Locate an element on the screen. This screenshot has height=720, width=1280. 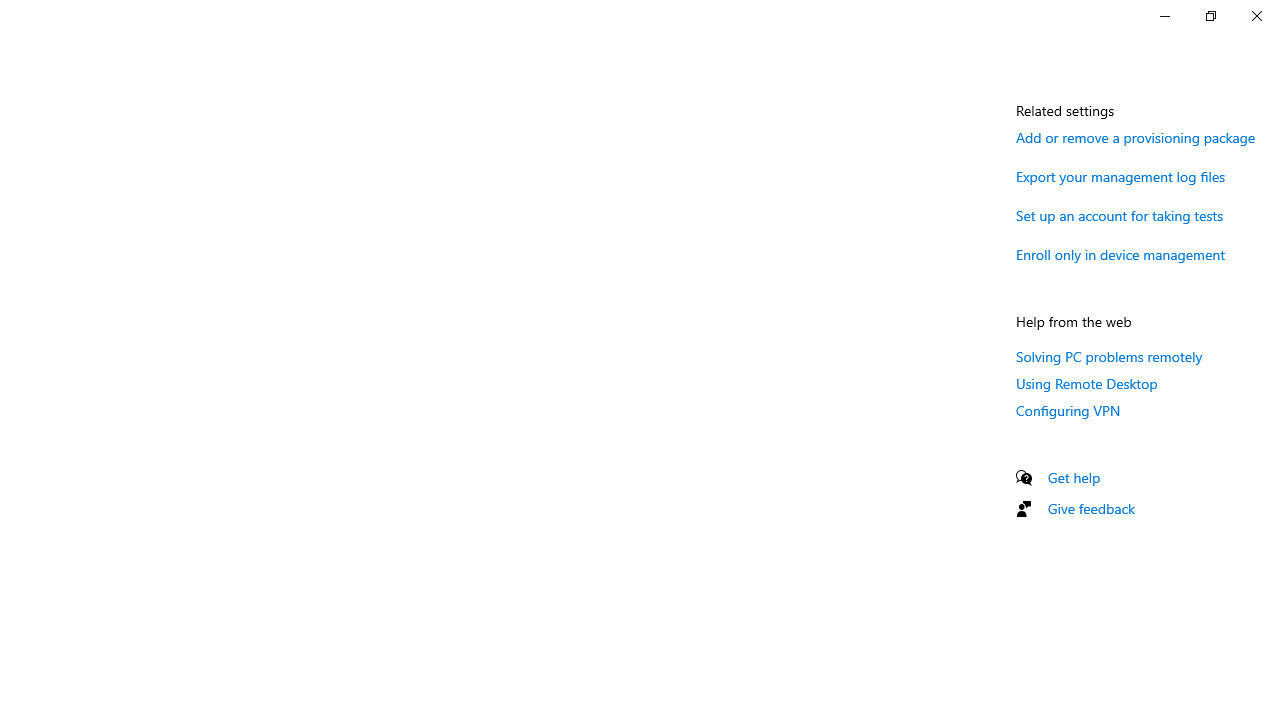
'Export your management log files' is located at coordinates (1121, 175).